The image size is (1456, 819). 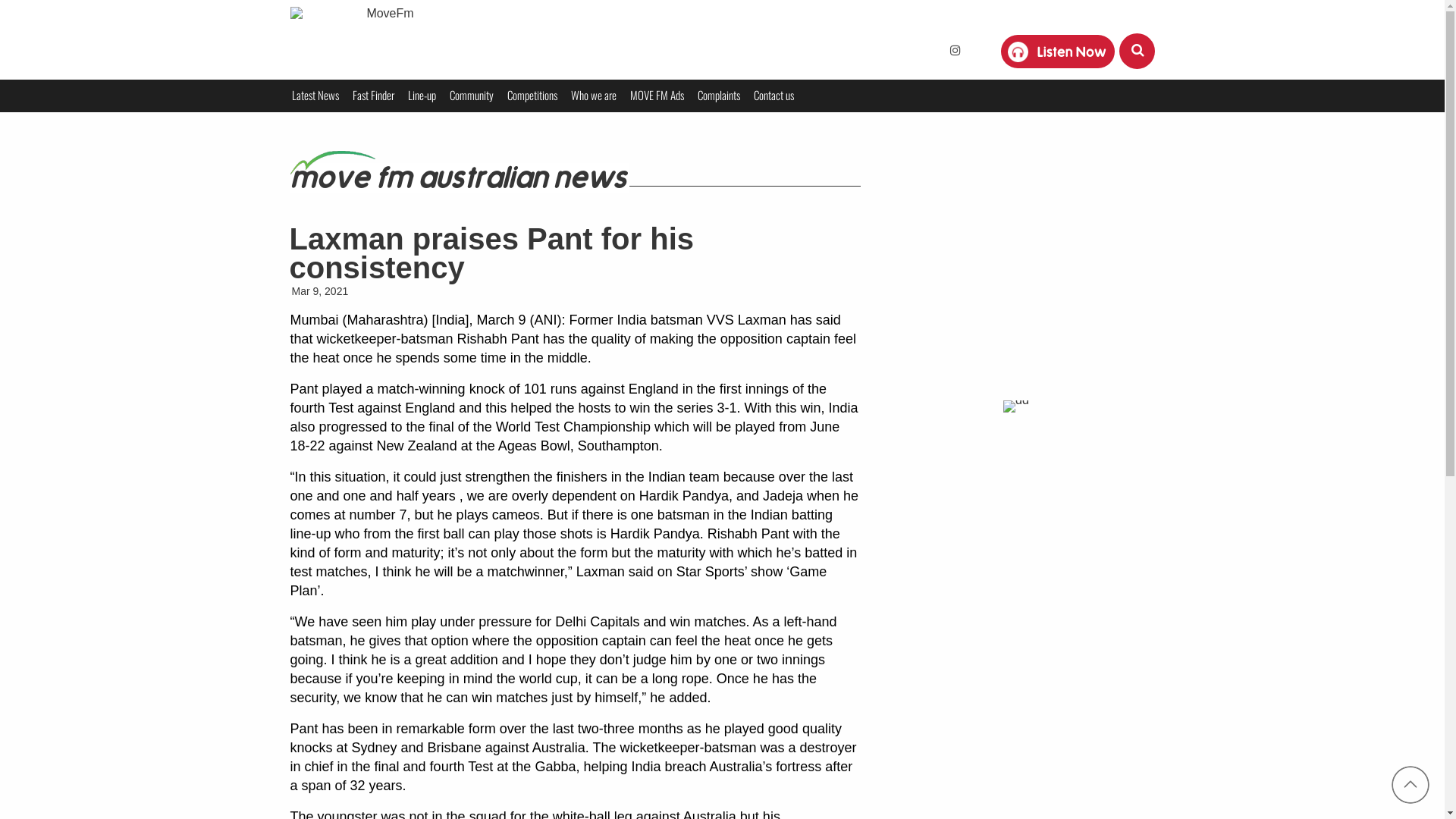 I want to click on 'Listen Now', so click(x=1071, y=51).